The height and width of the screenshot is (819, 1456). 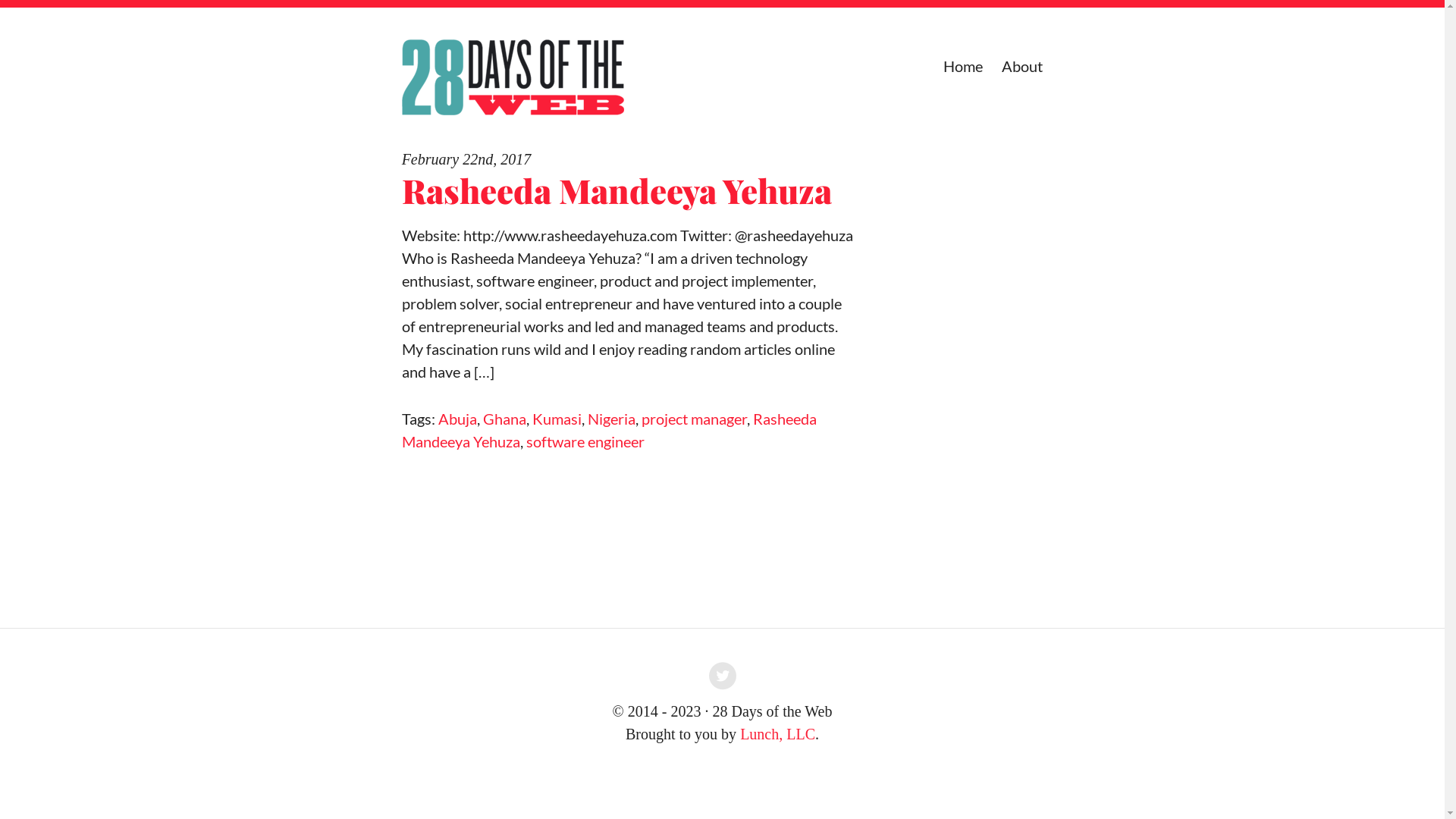 What do you see at coordinates (962, 65) in the screenshot?
I see `'Home'` at bounding box center [962, 65].